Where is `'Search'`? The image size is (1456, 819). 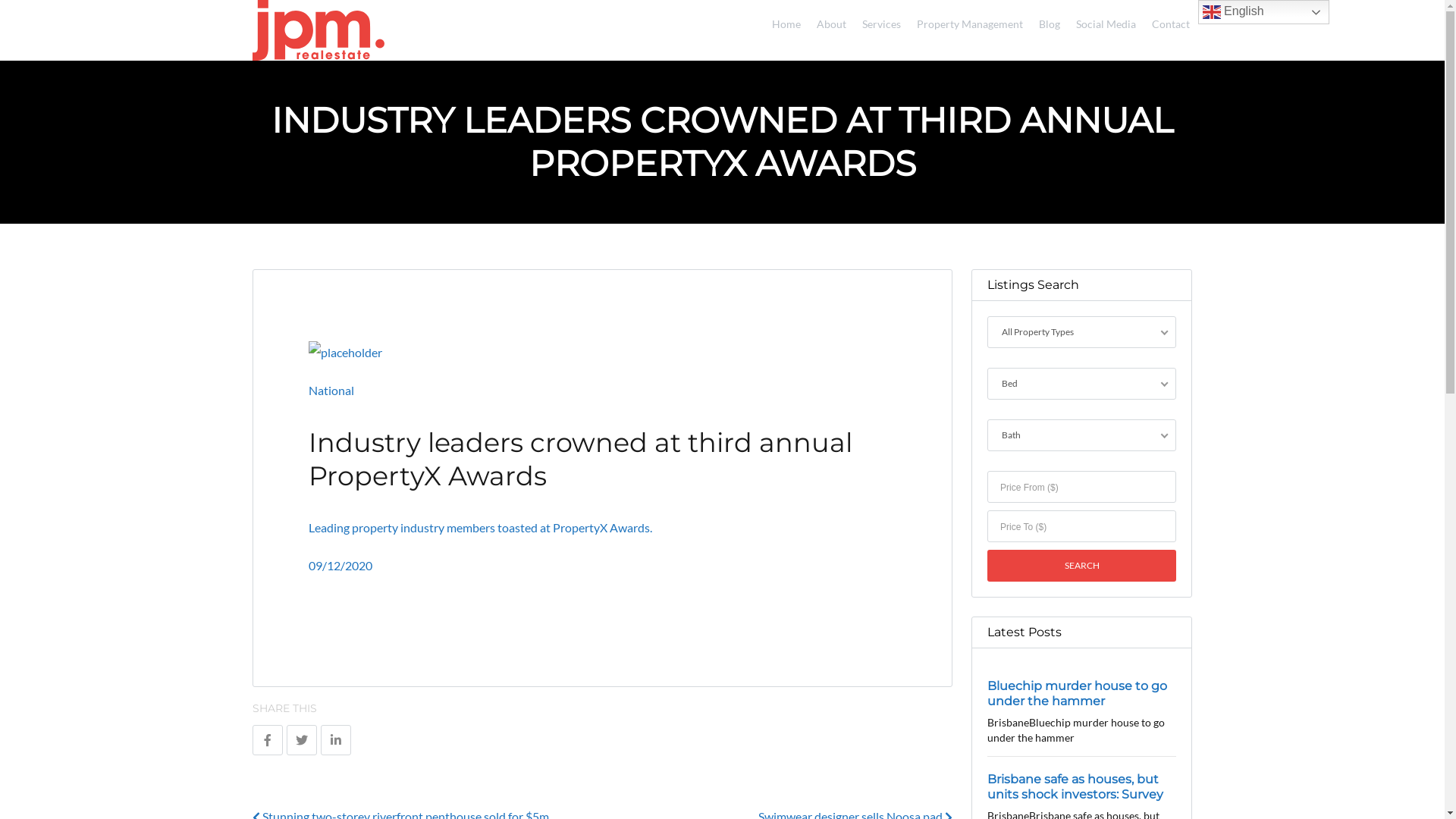
'Search' is located at coordinates (1081, 565).